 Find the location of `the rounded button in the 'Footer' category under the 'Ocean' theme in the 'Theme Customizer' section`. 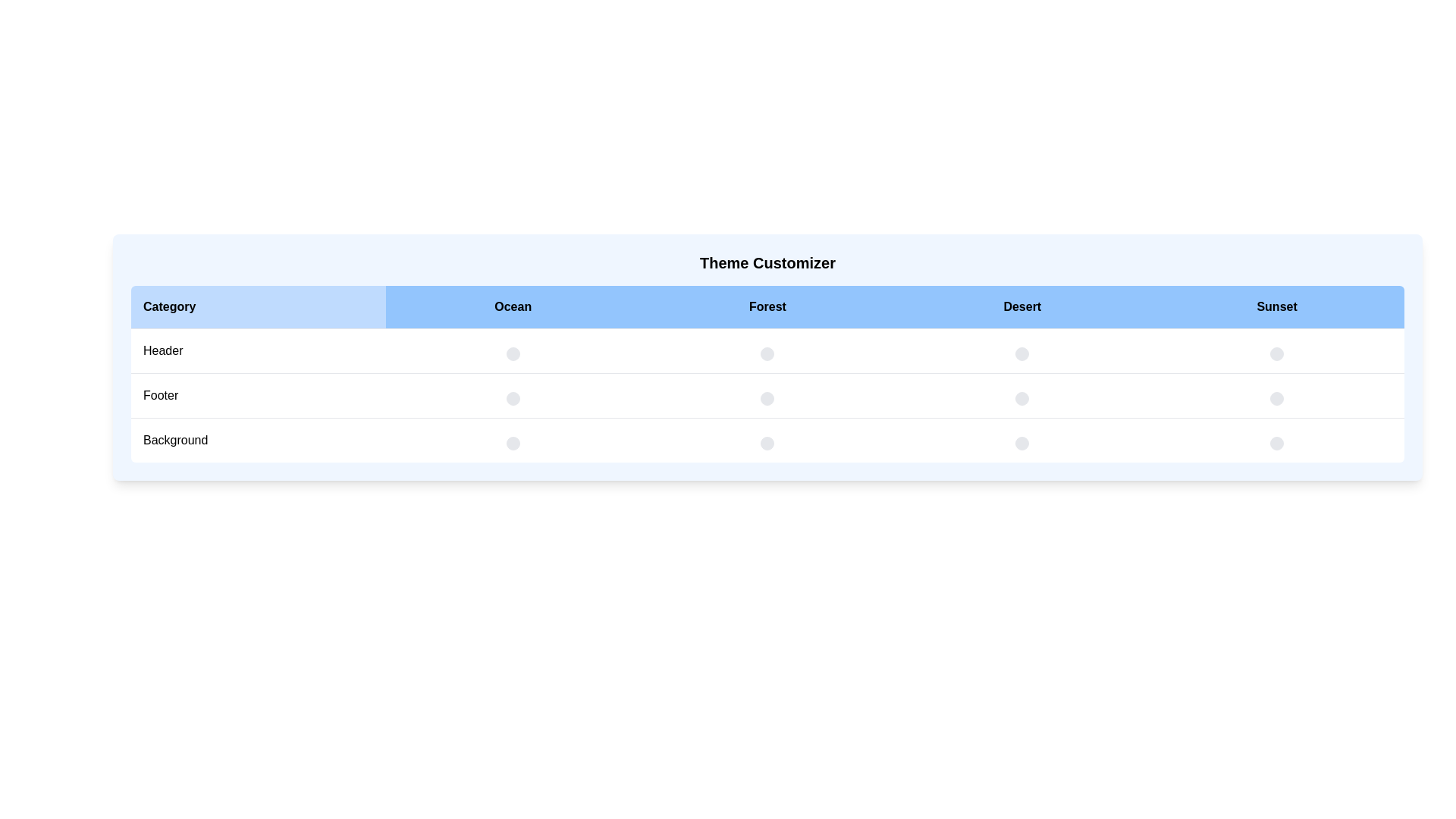

the rounded button in the 'Footer' category under the 'Ocean' theme in the 'Theme Customizer' section is located at coordinates (513, 394).